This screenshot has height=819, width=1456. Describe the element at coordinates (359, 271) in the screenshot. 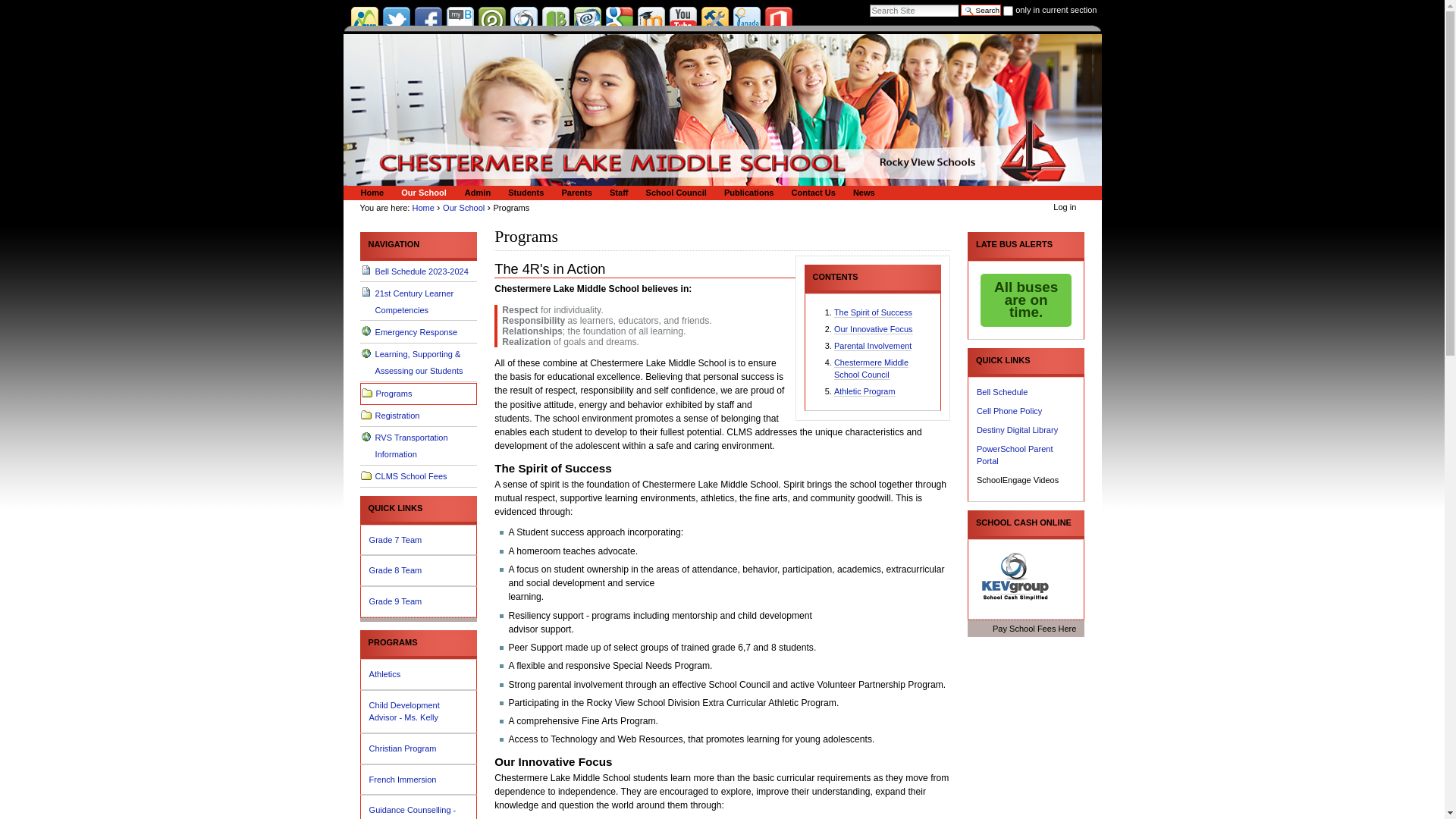

I see `'Bell Schedule 2023-2024'` at that location.